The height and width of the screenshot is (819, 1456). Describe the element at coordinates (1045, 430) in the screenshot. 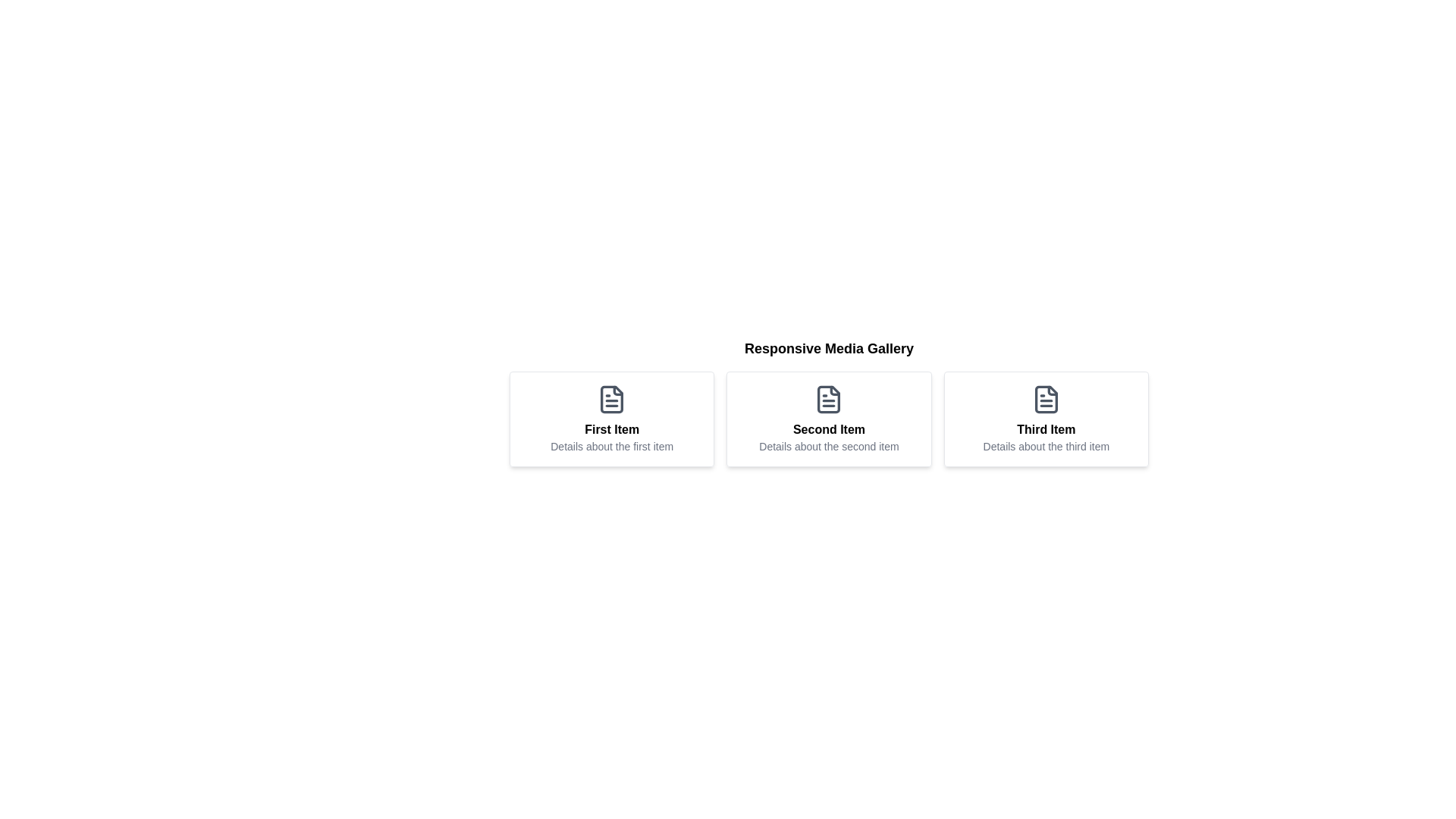

I see `the bold text label that reads 'Third Item', which is the title for its section located in the rightmost card above the subtitle 'Details about the third item'` at that location.